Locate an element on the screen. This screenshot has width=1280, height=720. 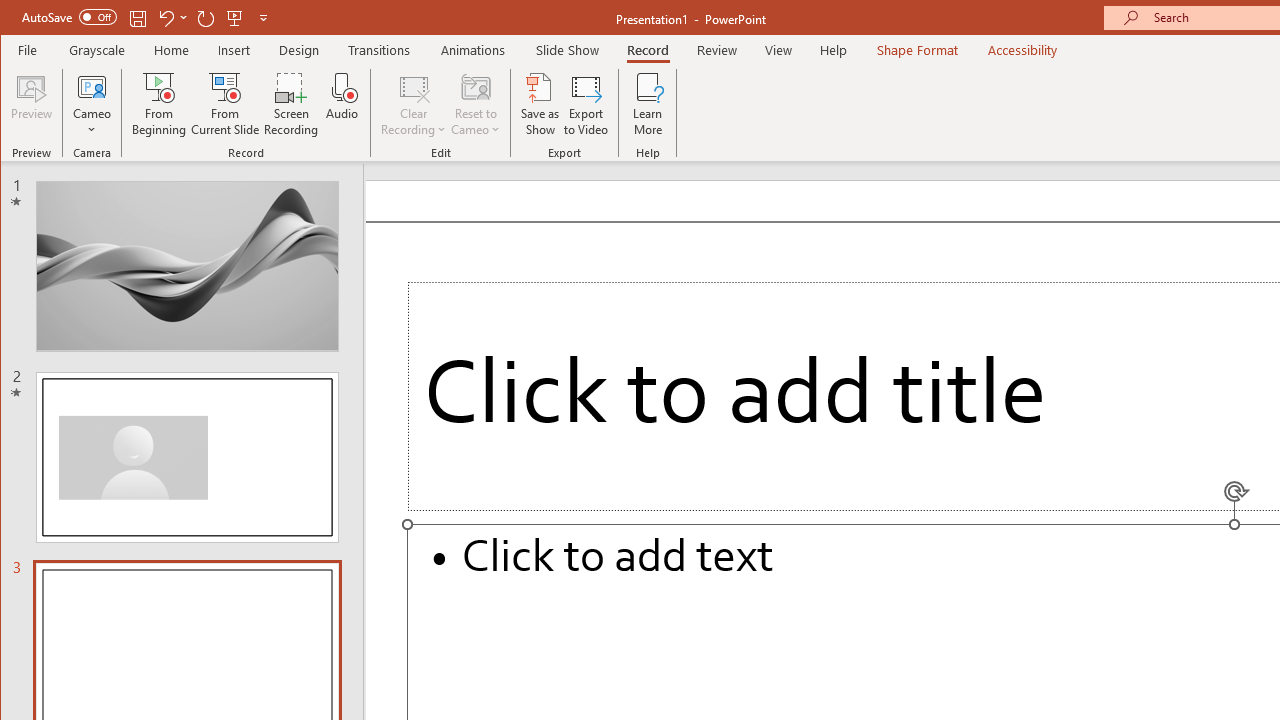
'Screen Recording' is located at coordinates (290, 104).